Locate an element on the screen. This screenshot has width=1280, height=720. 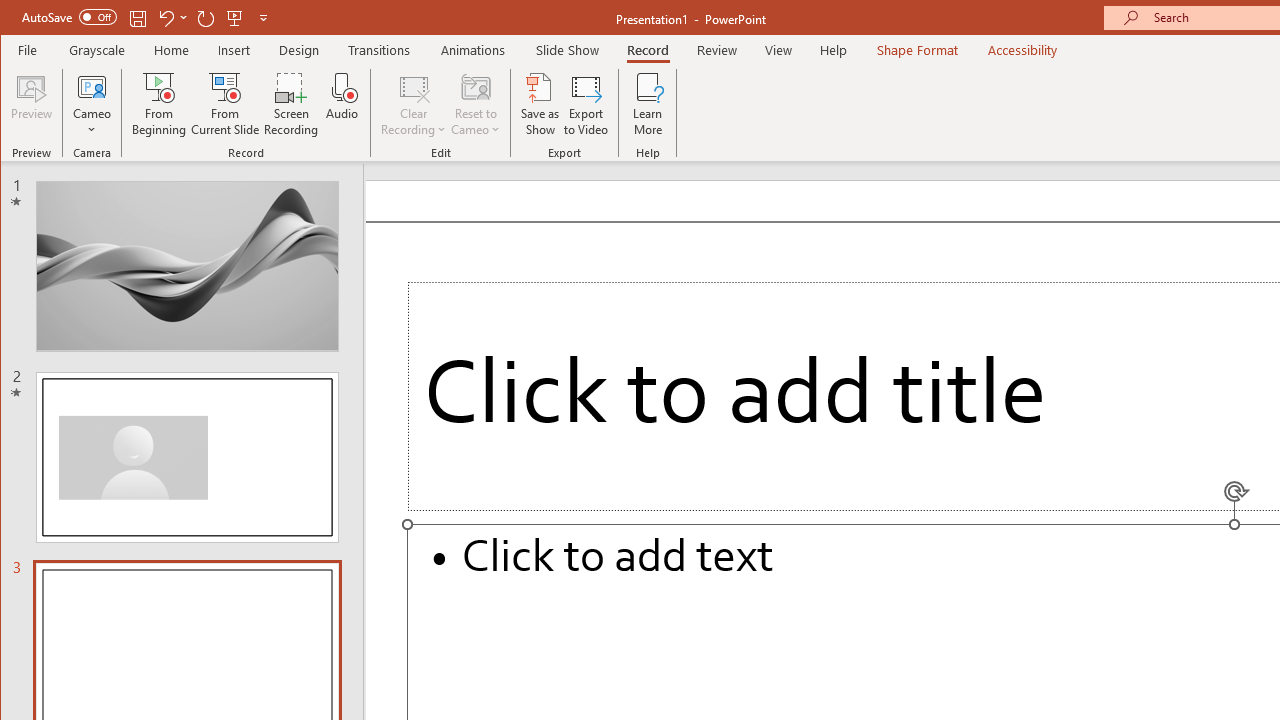
'Screen Recording' is located at coordinates (290, 104).